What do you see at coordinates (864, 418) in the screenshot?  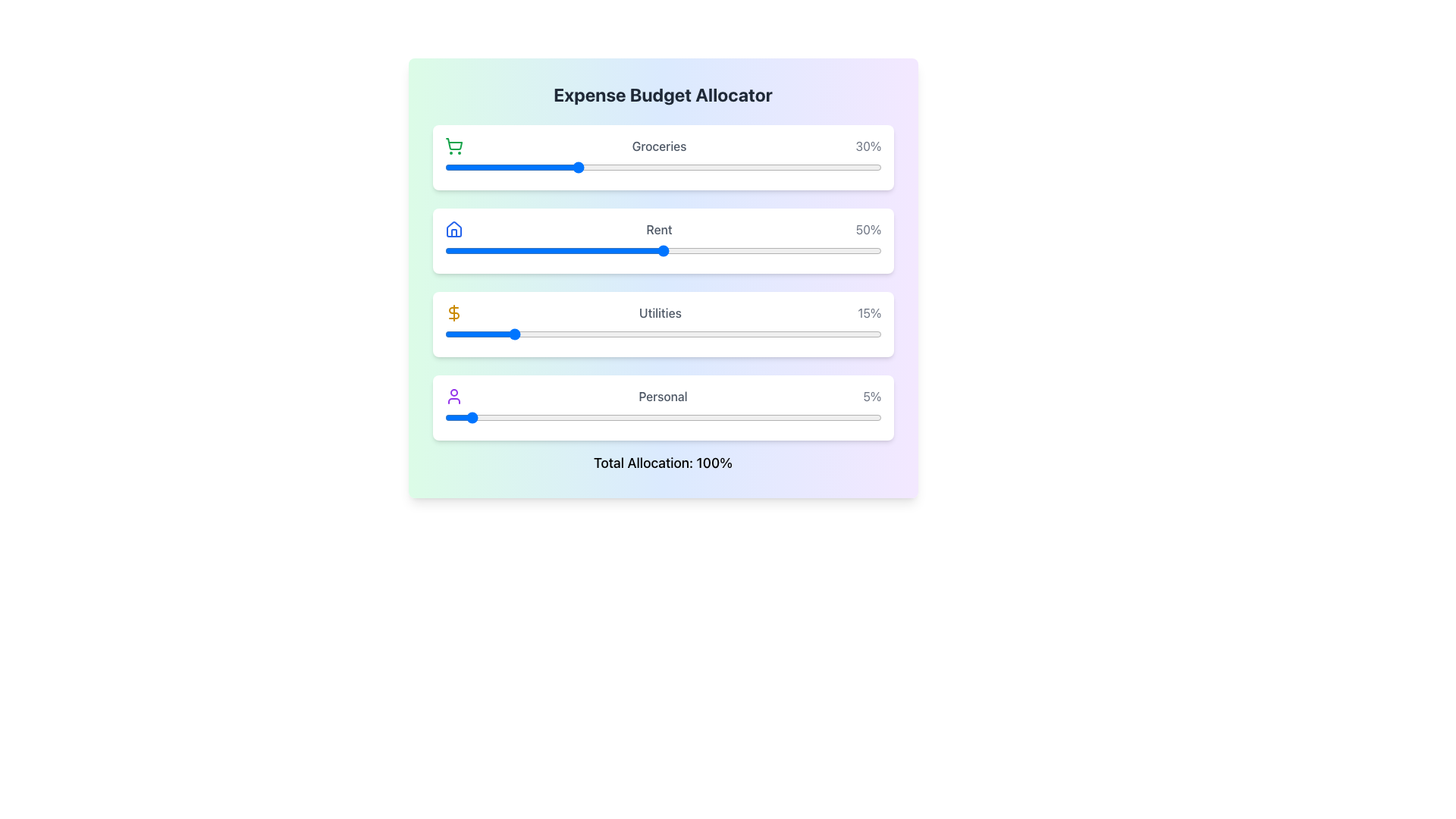 I see `Personal expense allocation` at bounding box center [864, 418].